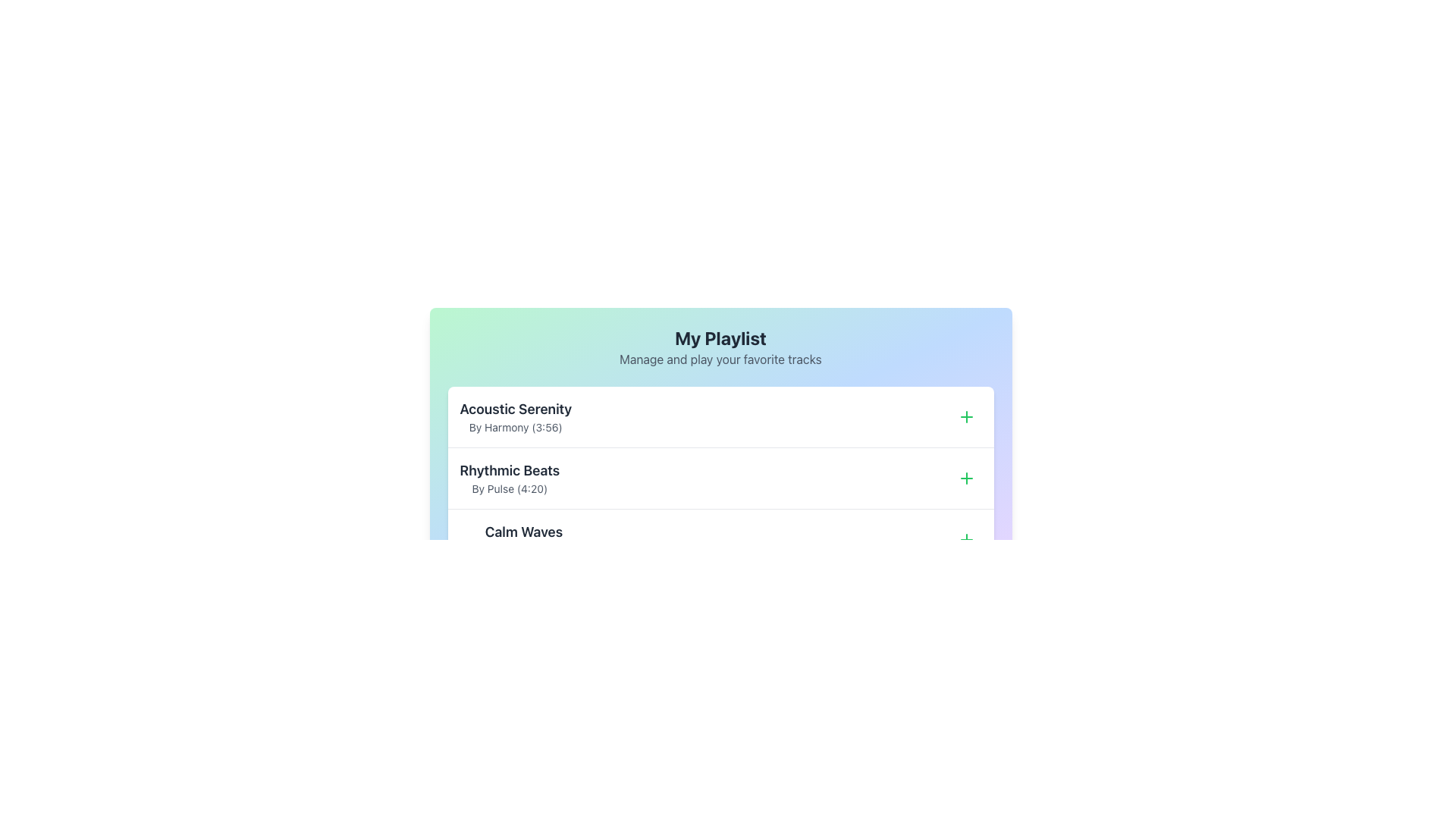  What do you see at coordinates (524, 532) in the screenshot?
I see `the 'Calm Waves' text label, which is displayed in bold, large-sized font in dark gray or black color, prominently positioned on a white background as part of a playlist interface` at bounding box center [524, 532].